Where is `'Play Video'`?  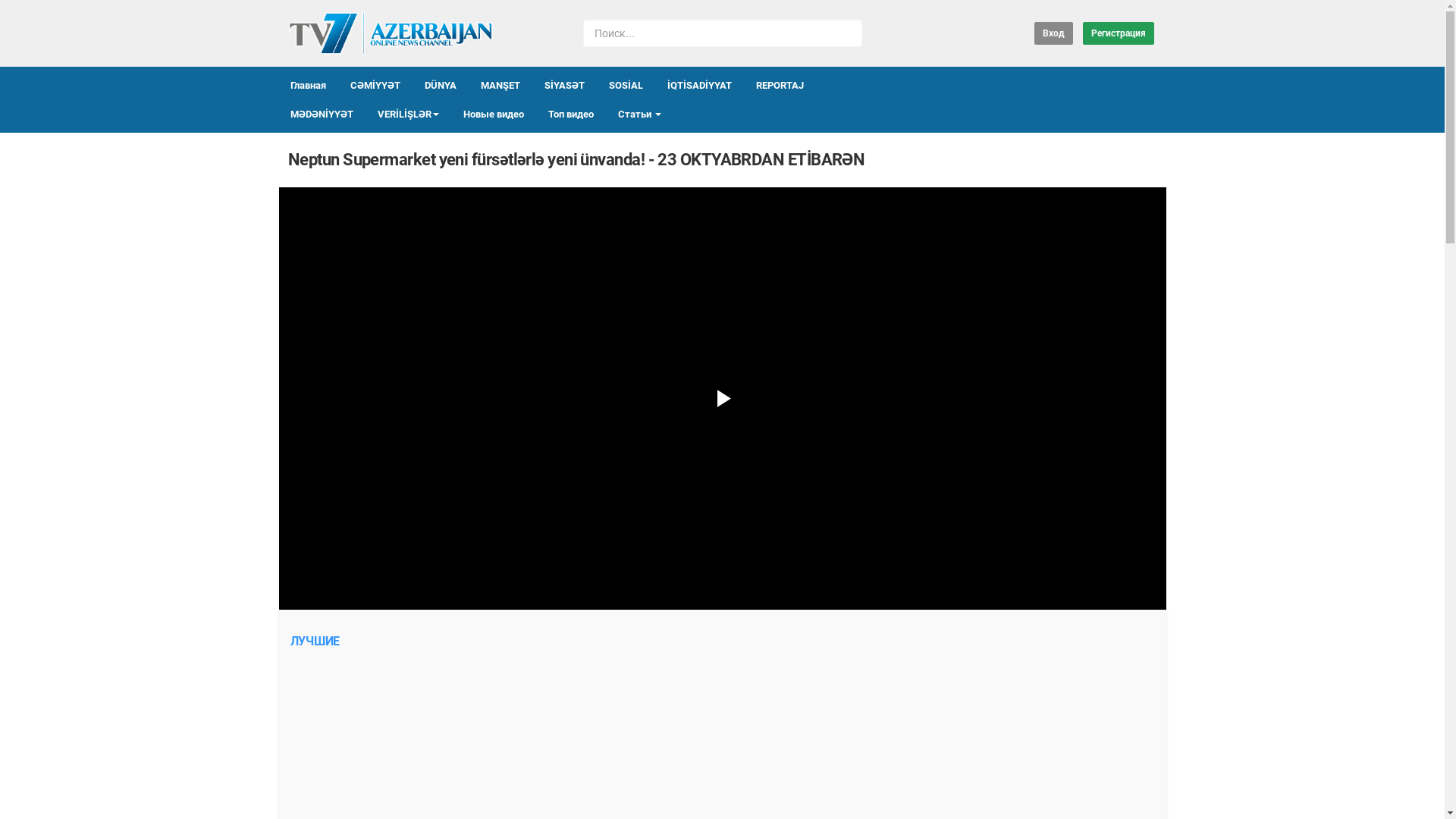
'Play Video' is located at coordinates (720, 397).